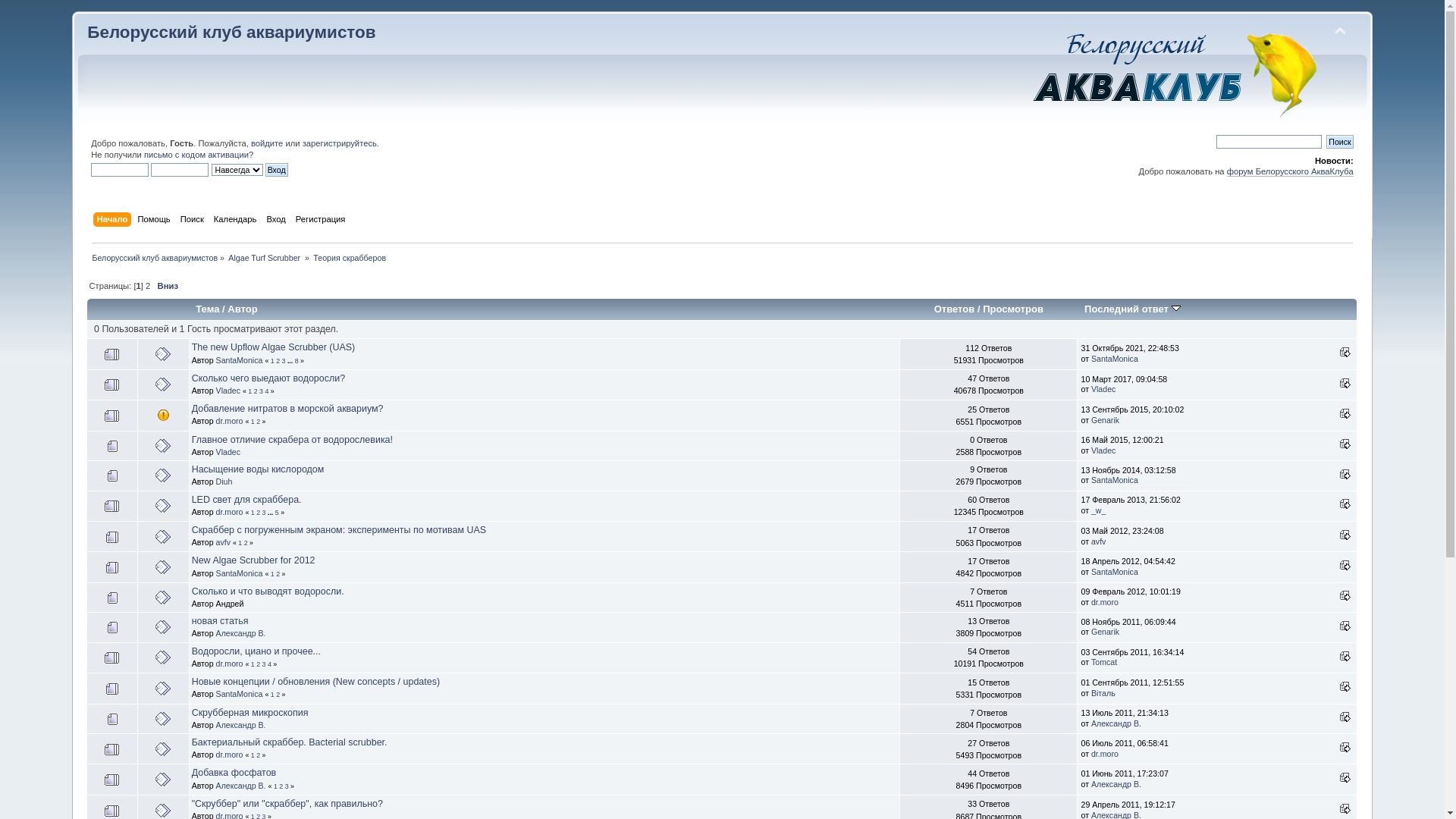  Describe the element at coordinates (253, 755) in the screenshot. I see `'1'` at that location.